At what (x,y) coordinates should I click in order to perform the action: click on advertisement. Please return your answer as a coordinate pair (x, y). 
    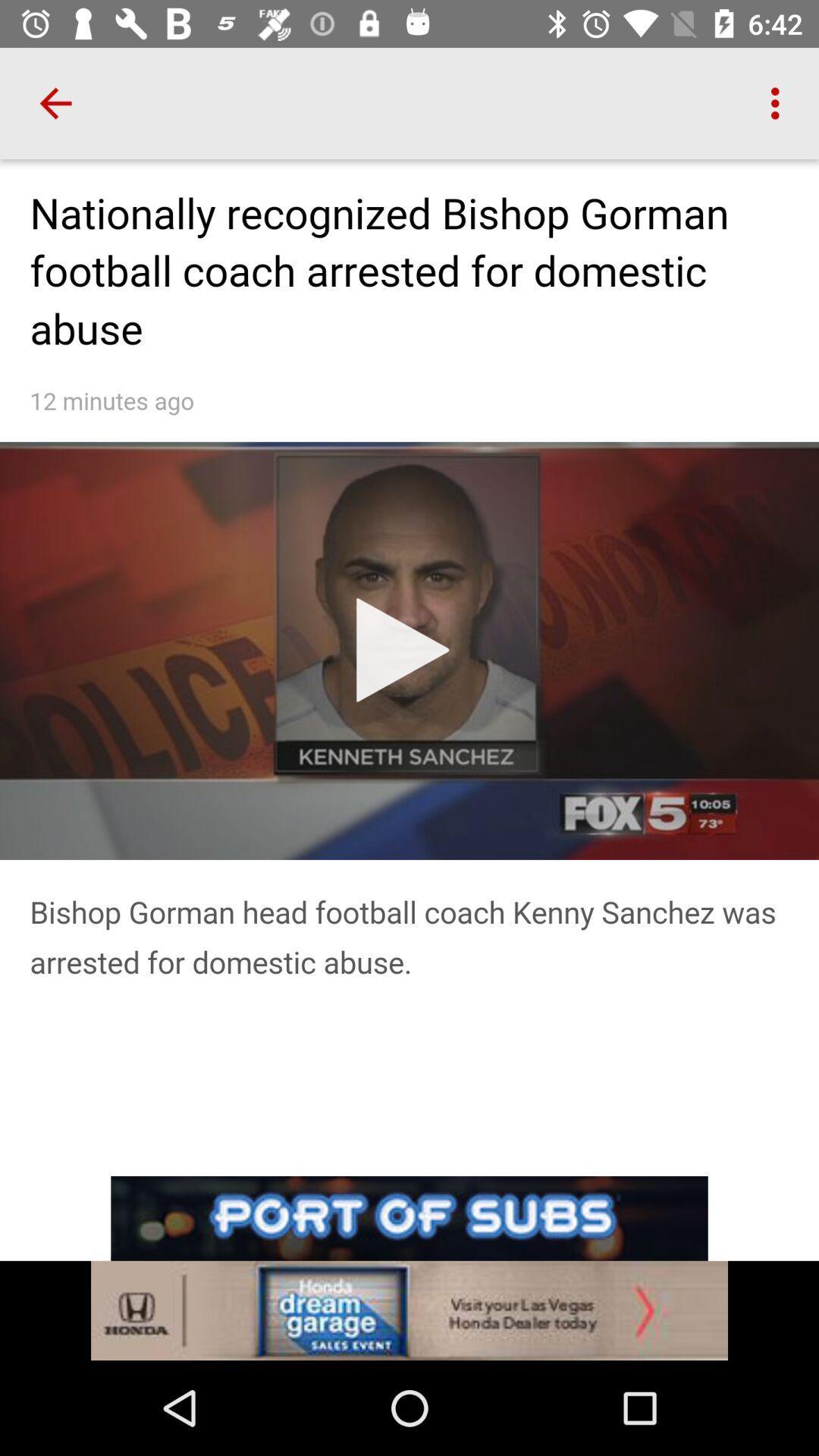
    Looking at the image, I should click on (409, 1268).